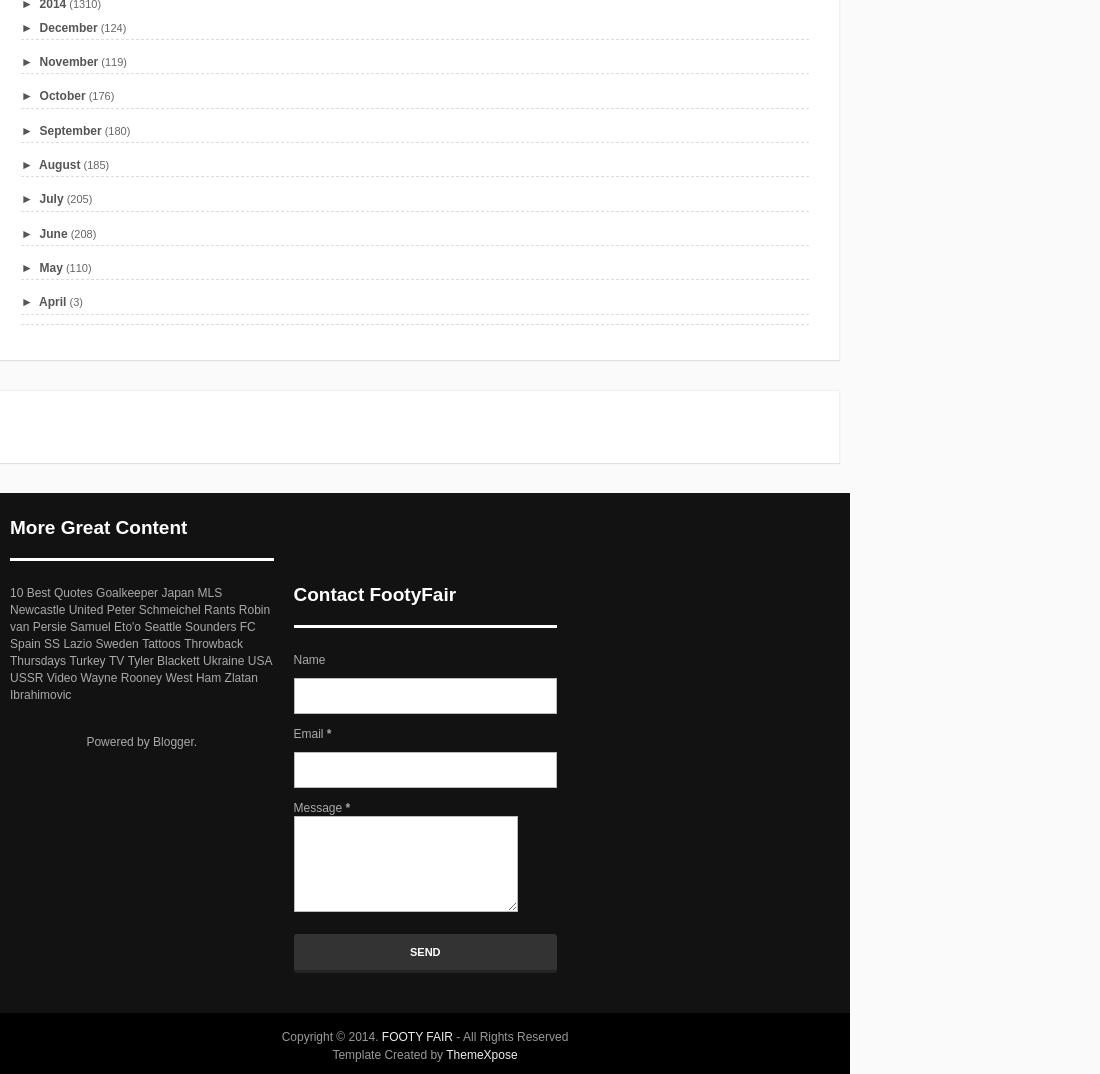 Image resolution: width=1100 pixels, height=1074 pixels. I want to click on 'Wayne Rooney', so click(121, 676).